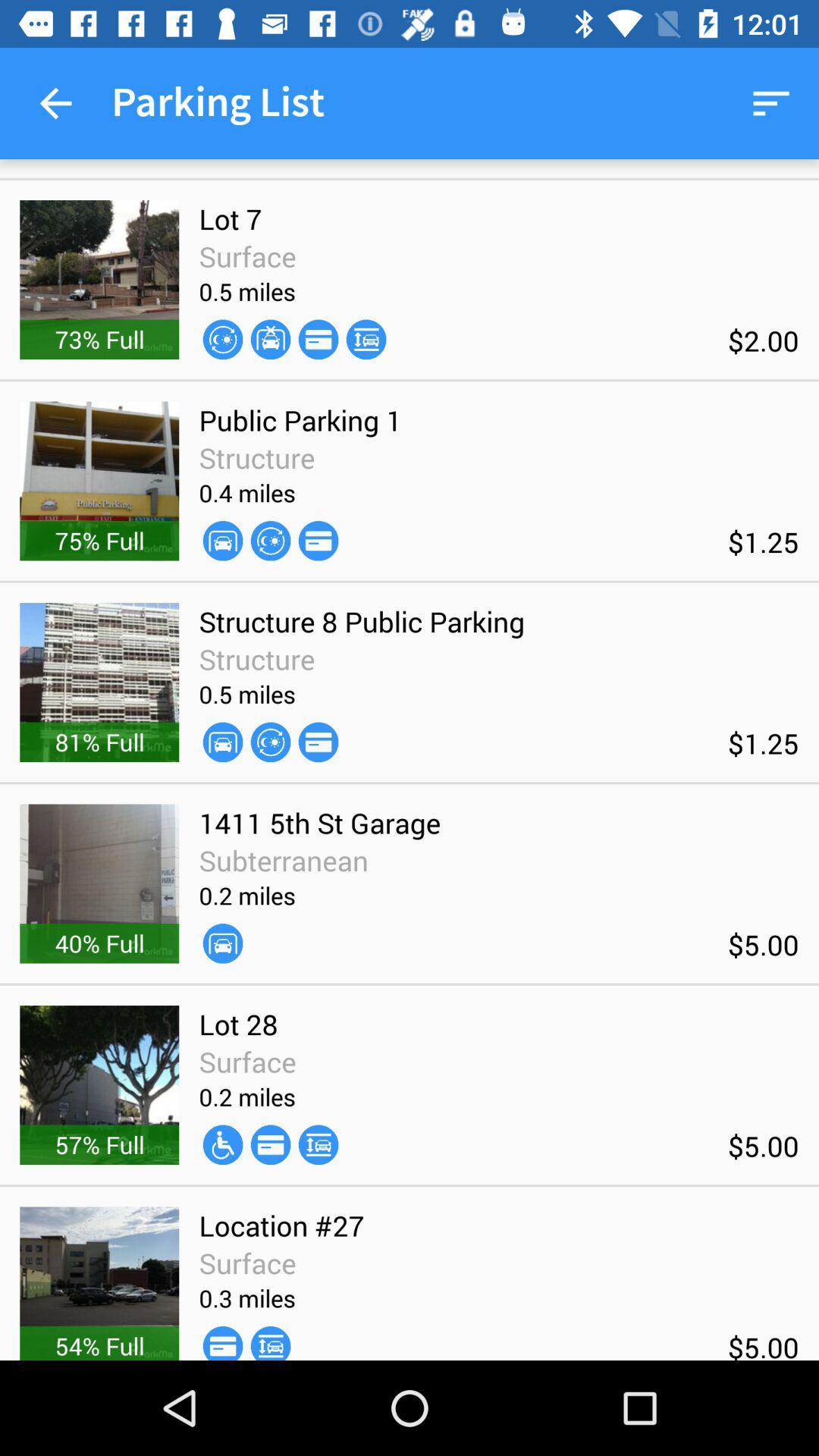 This screenshot has height=1456, width=819. Describe the element at coordinates (270, 541) in the screenshot. I see `the item below the 0.4 miles item` at that location.